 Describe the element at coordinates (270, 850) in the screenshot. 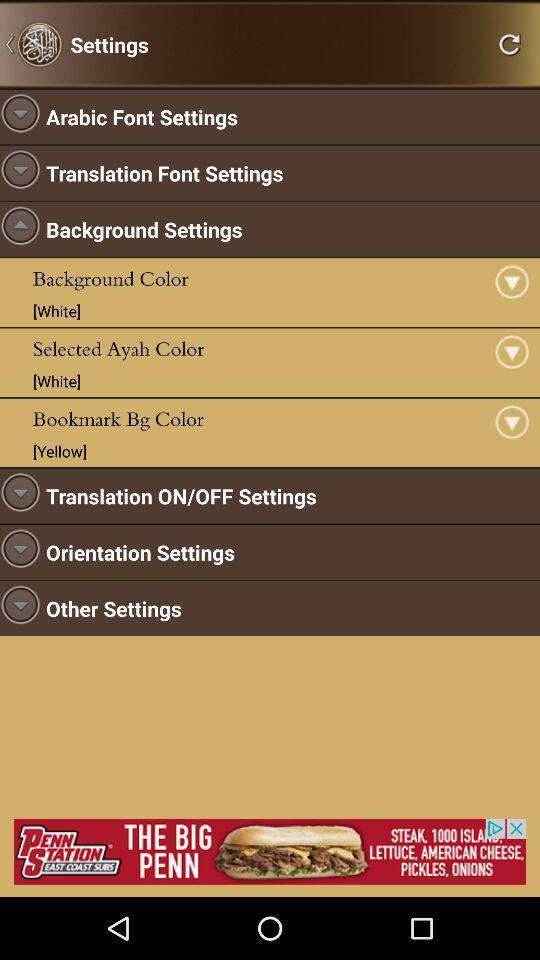

I see `advertisement` at that location.